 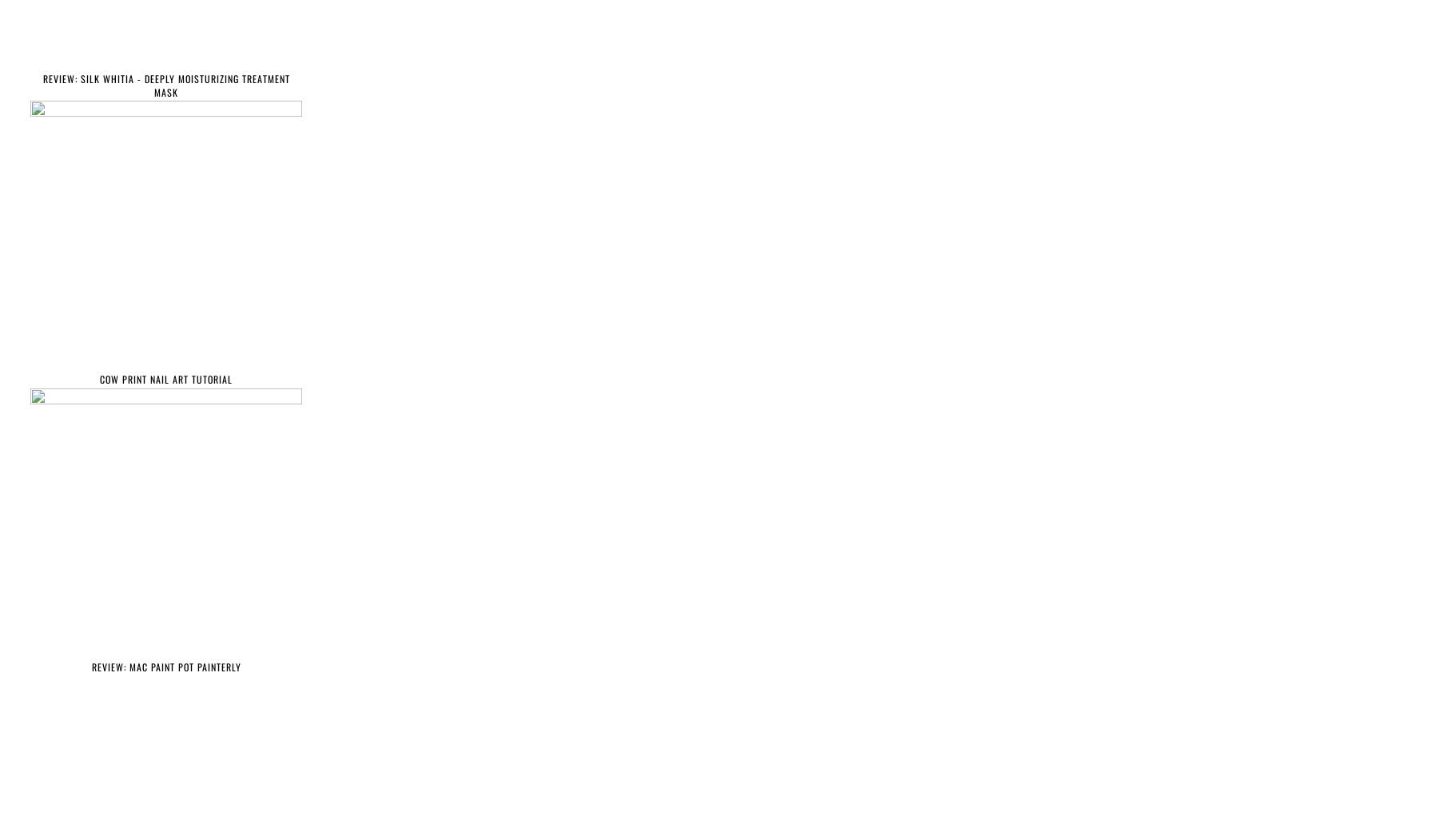 I want to click on 'Find more on this blog', so click(x=165, y=742).